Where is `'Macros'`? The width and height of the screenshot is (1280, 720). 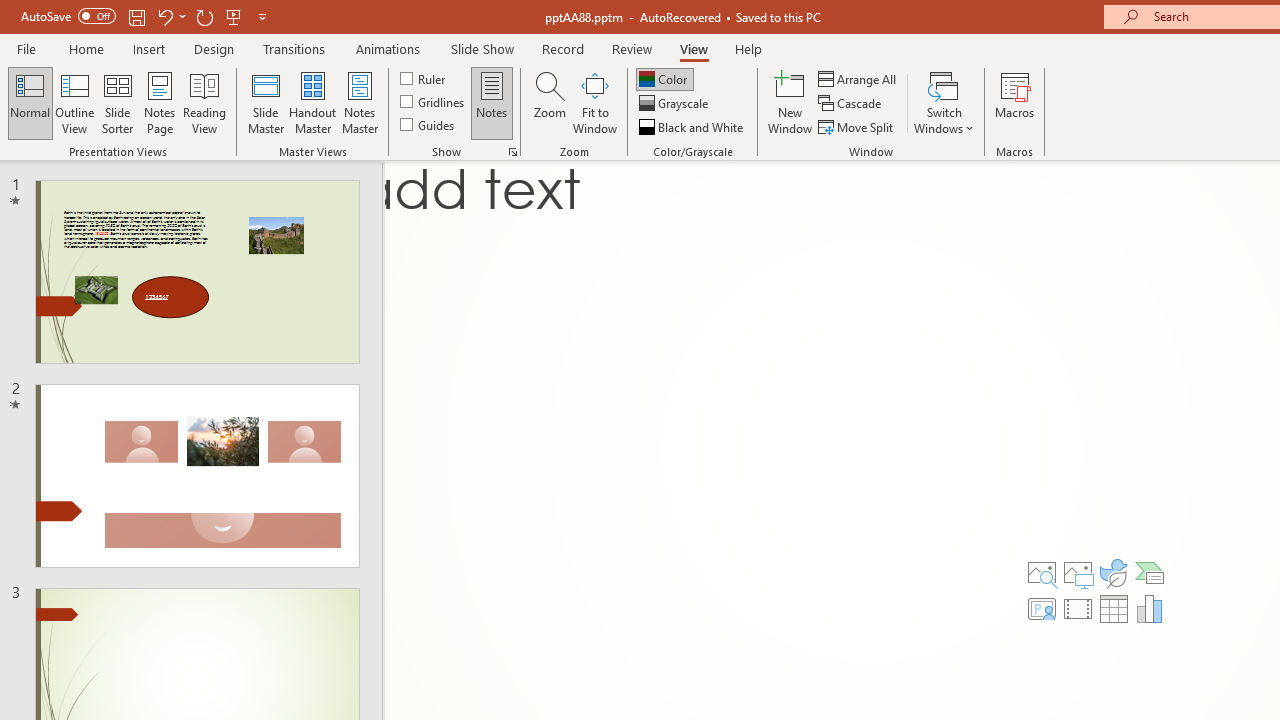
'Macros' is located at coordinates (1015, 103).